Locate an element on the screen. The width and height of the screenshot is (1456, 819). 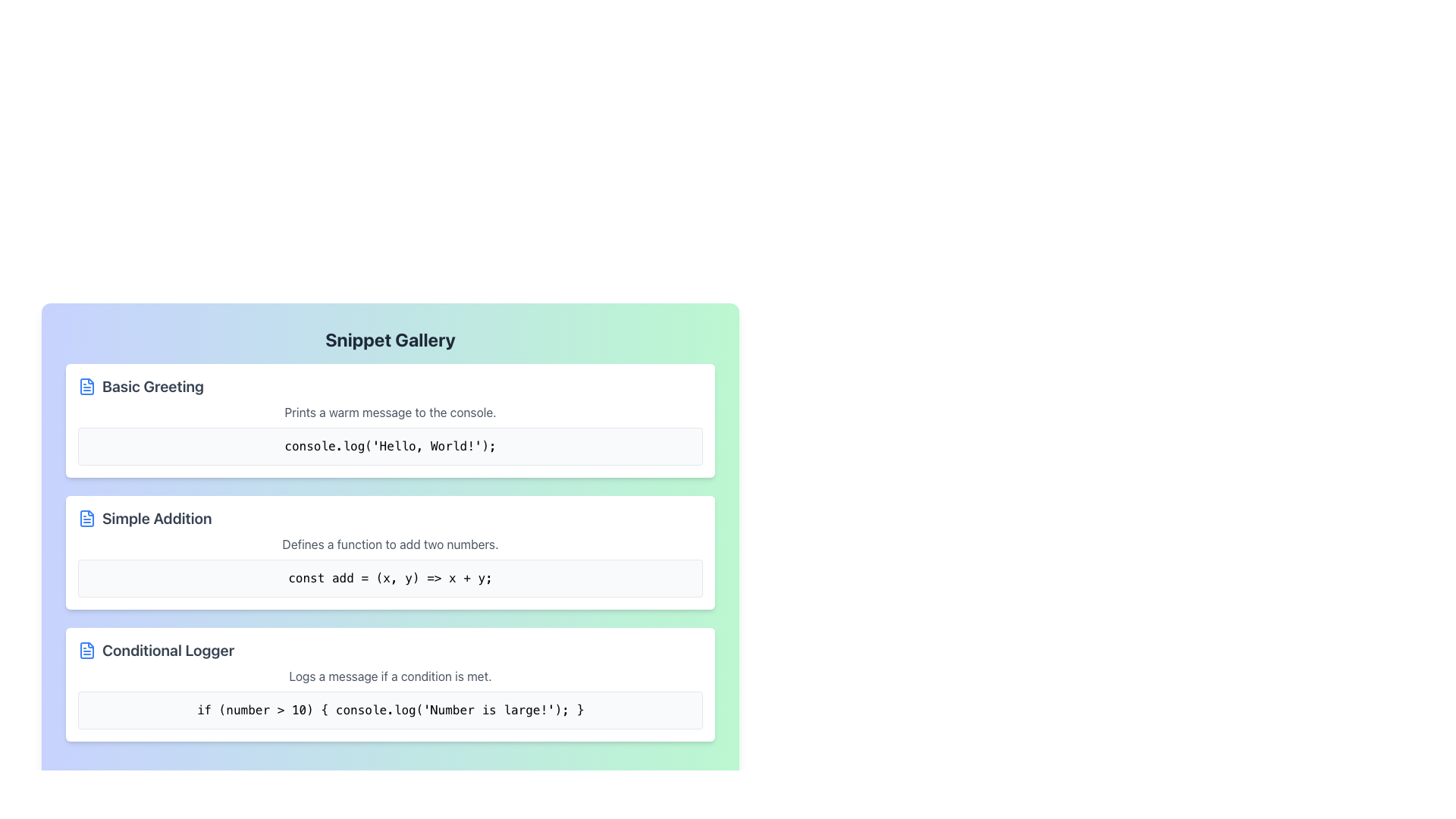
title text of the snippet card located in the third row of the Snippet Gallery, positioned to the right of a small document icon is located at coordinates (168, 649).